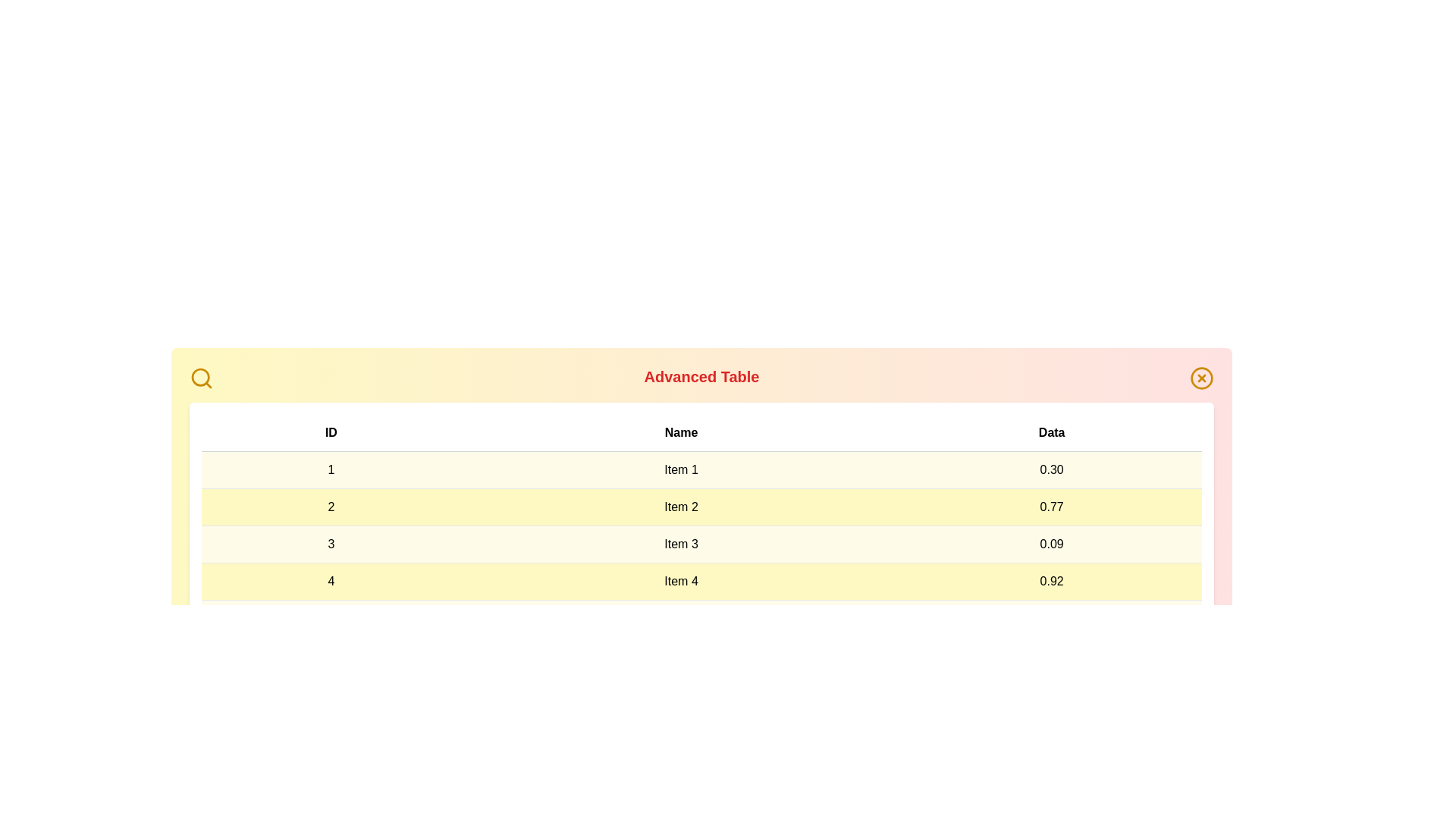 This screenshot has height=819, width=1456. I want to click on the row corresponding to 4, so click(701, 581).